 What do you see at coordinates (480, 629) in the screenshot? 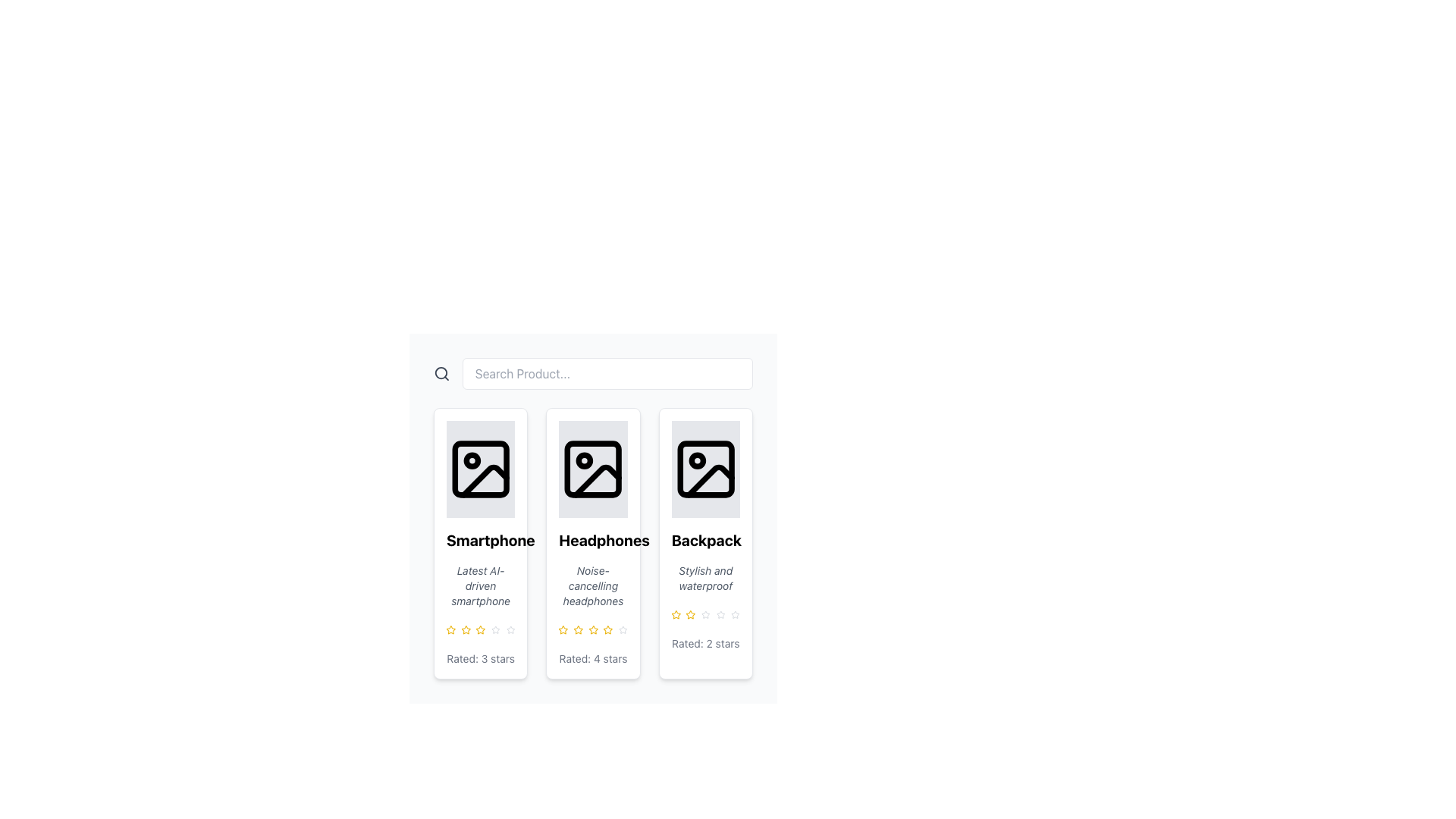
I see `the third star icon` at bounding box center [480, 629].